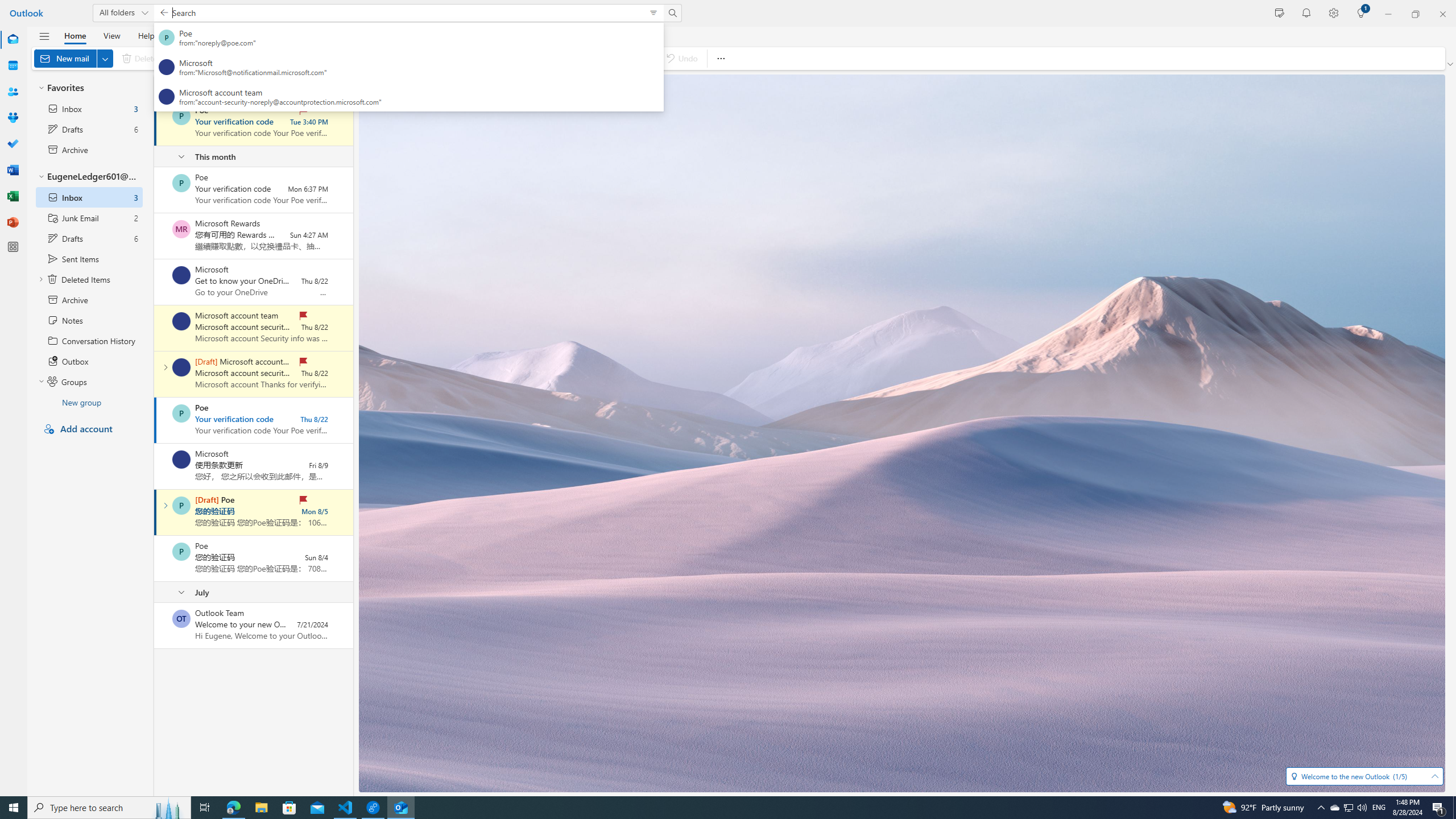  I want to click on 'Ribbon display options', so click(1451, 64).